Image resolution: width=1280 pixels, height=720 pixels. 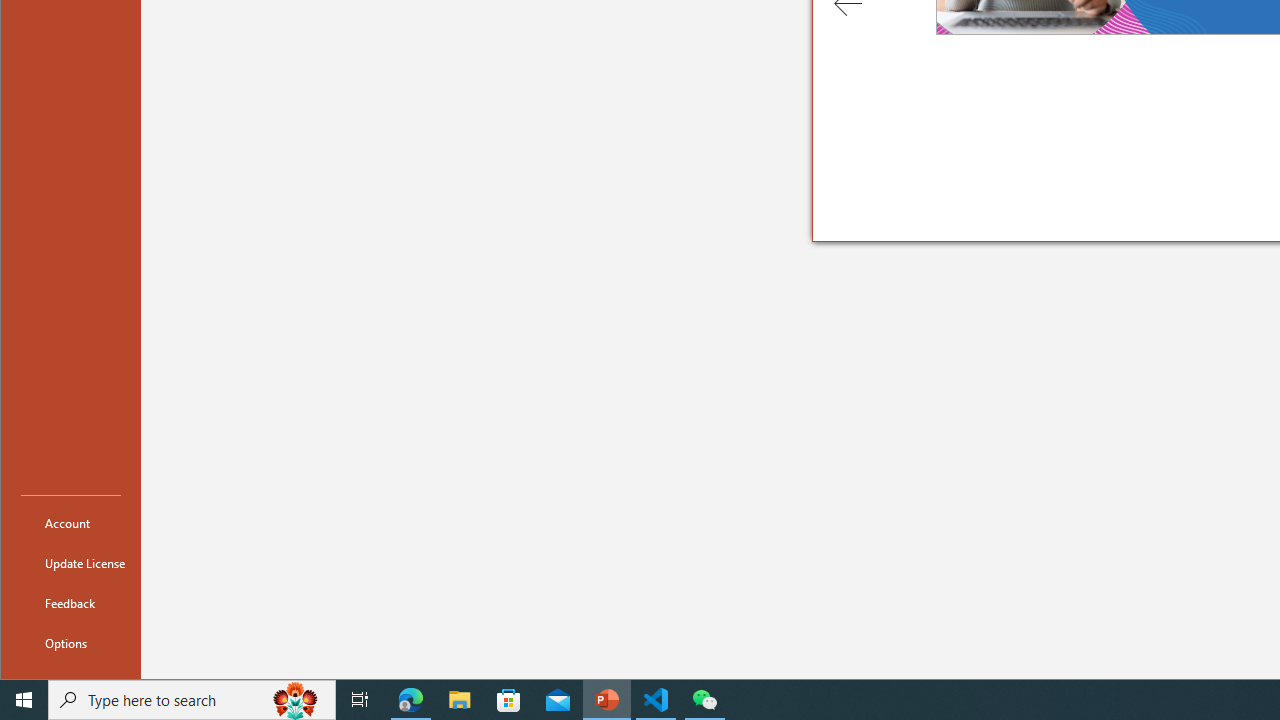 What do you see at coordinates (705, 698) in the screenshot?
I see `'WeChat - 1 running window'` at bounding box center [705, 698].